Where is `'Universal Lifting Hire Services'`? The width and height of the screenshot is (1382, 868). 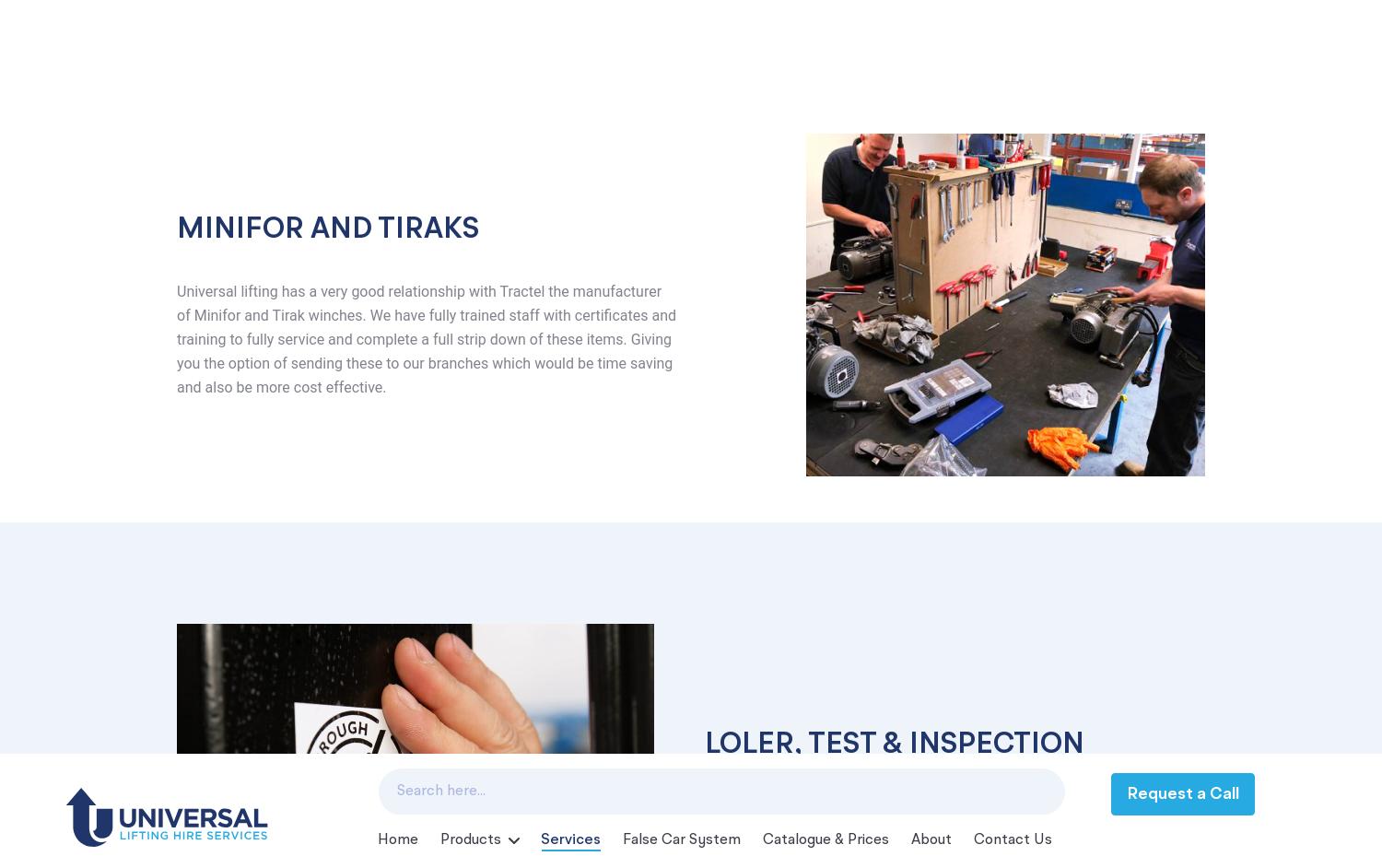
'Universal Lifting Hire Services' is located at coordinates (307, 555).